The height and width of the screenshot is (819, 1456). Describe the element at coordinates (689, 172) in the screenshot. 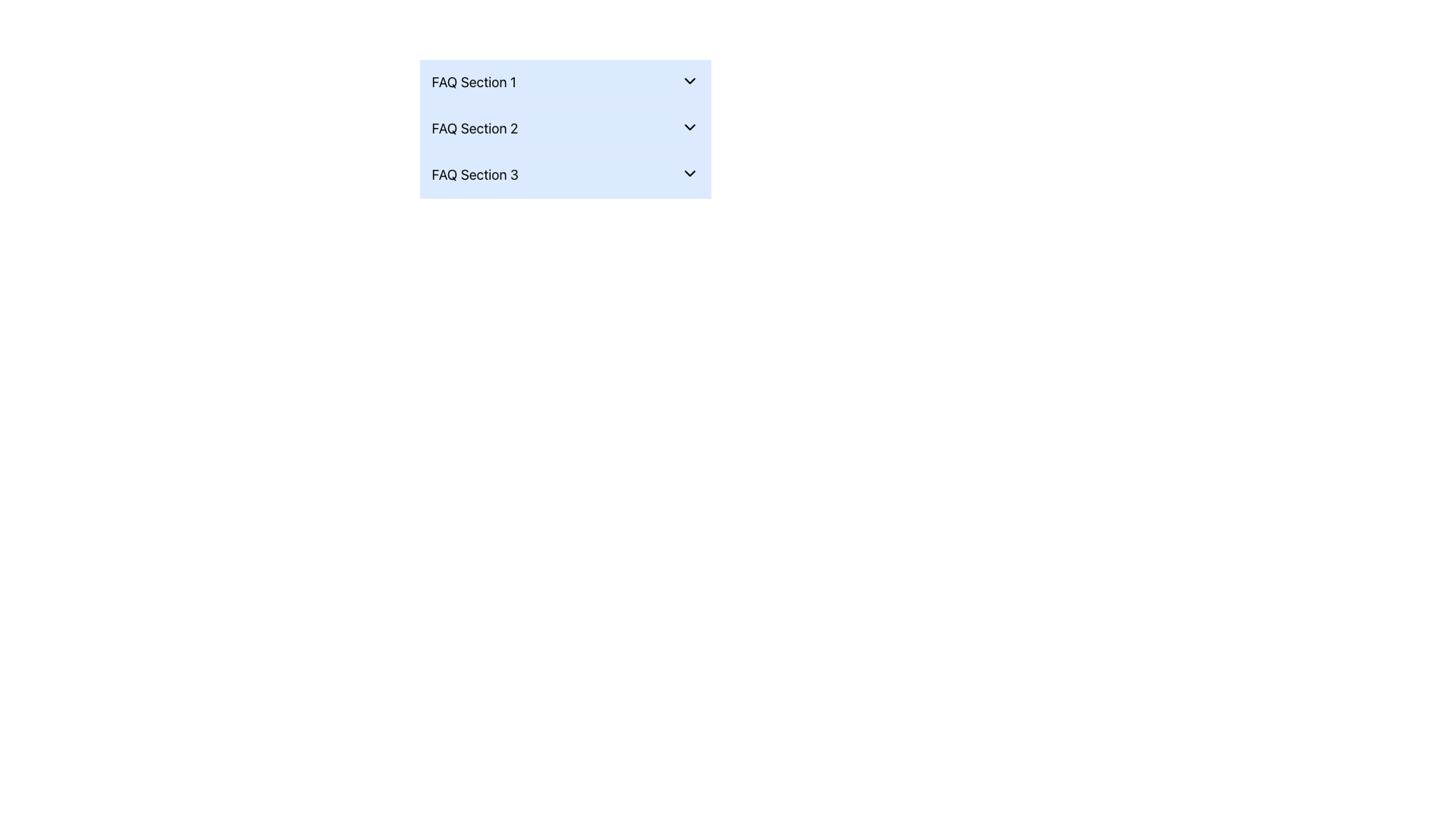

I see `the downward-pointing chevron icon located at the far right of the 'FAQ Section 3'` at that location.